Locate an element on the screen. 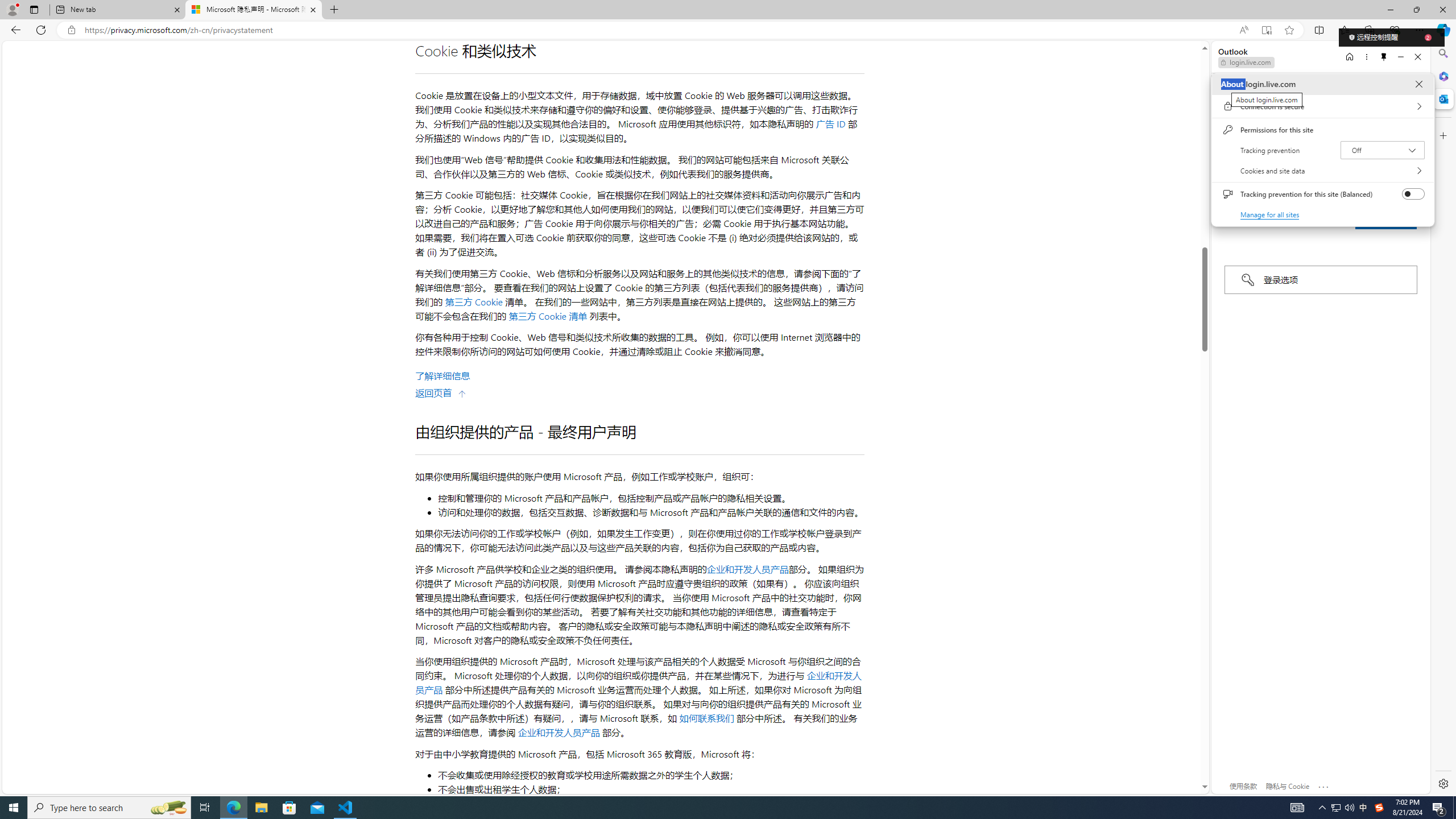 This screenshot has width=1456, height=819. 'Tracking prevention for this site (Balanced)' is located at coordinates (1413, 193).